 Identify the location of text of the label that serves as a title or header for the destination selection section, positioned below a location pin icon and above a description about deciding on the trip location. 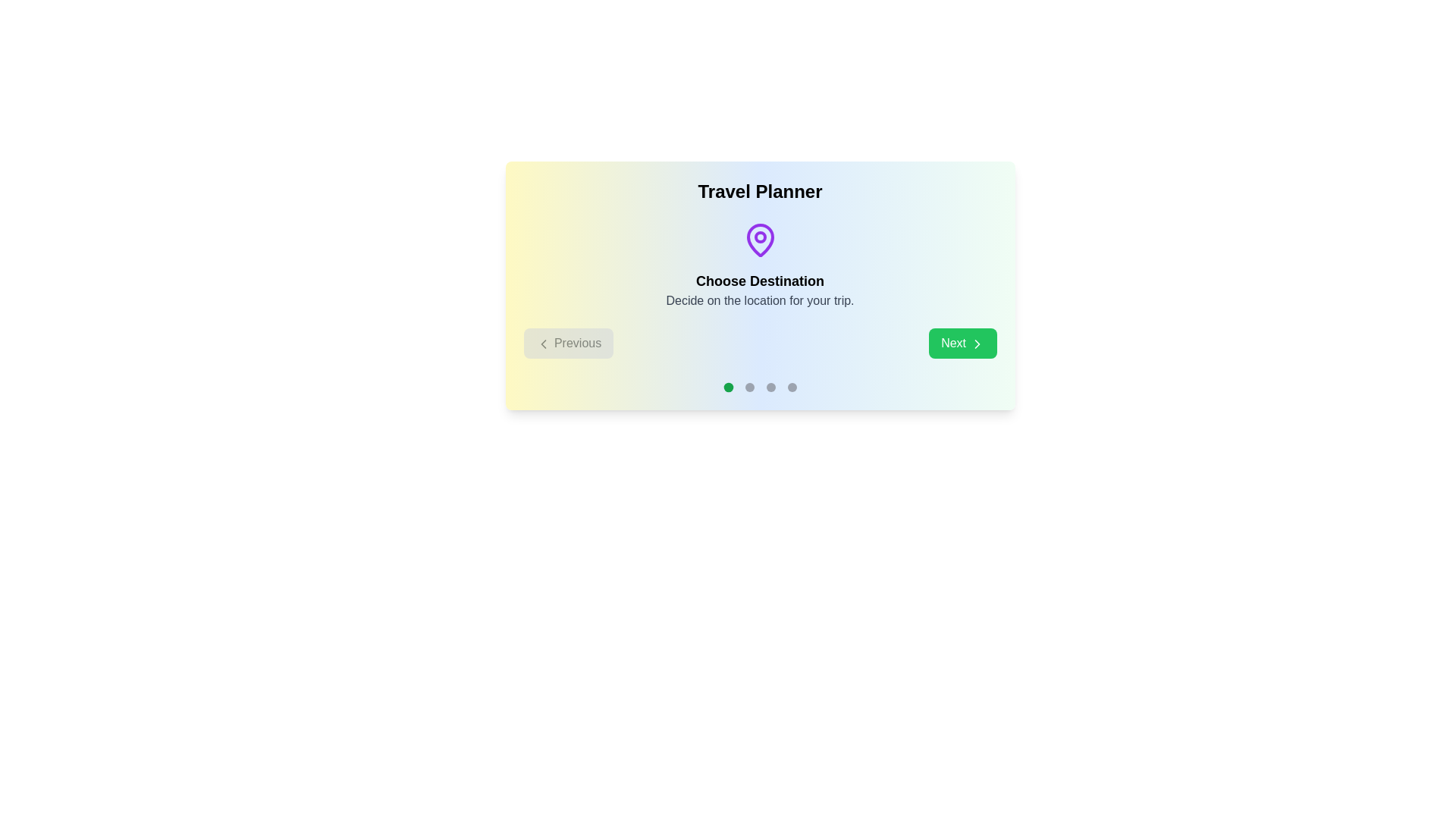
(760, 281).